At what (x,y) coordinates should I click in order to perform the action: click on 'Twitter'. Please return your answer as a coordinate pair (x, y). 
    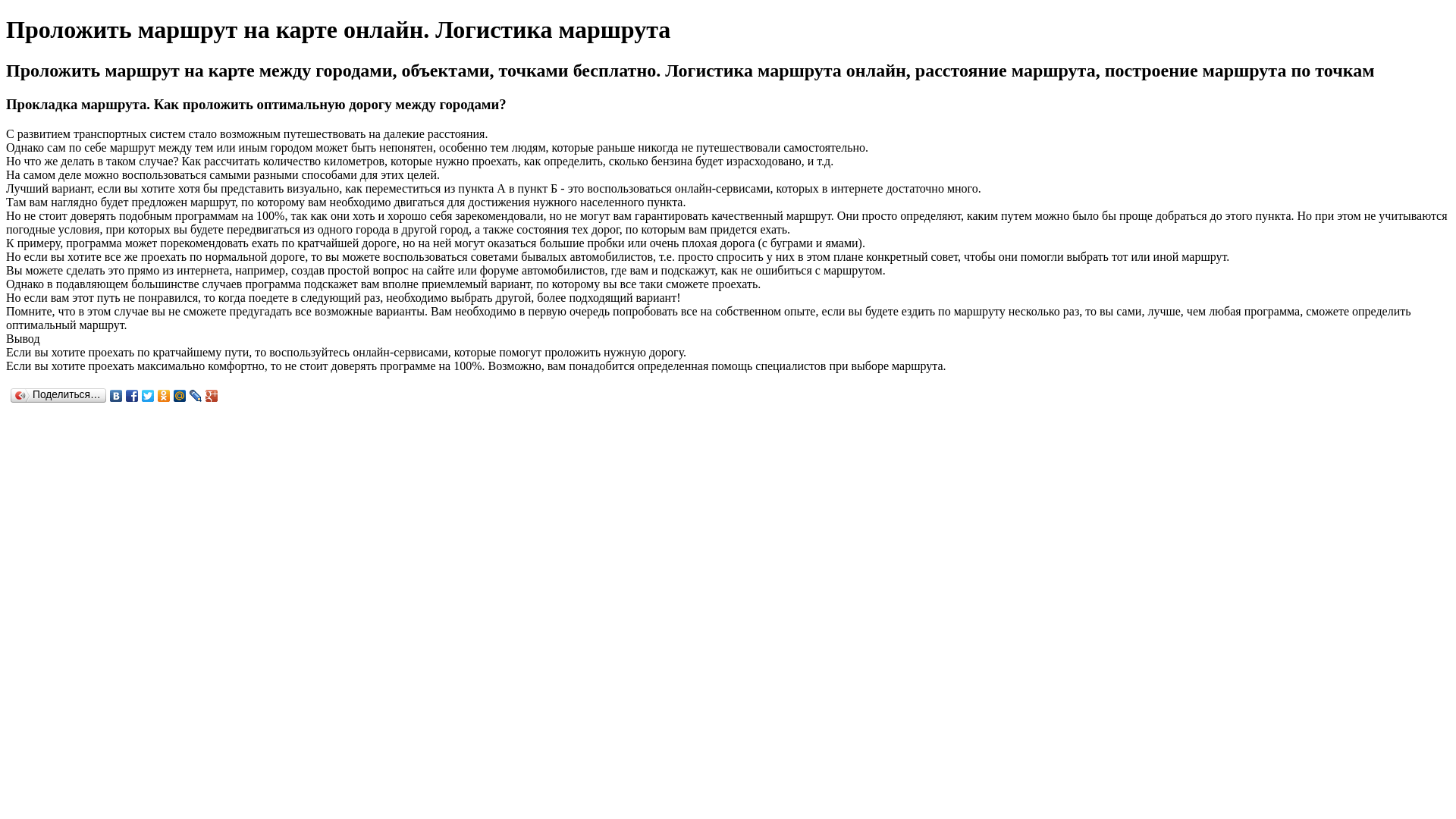
    Looking at the image, I should click on (140, 394).